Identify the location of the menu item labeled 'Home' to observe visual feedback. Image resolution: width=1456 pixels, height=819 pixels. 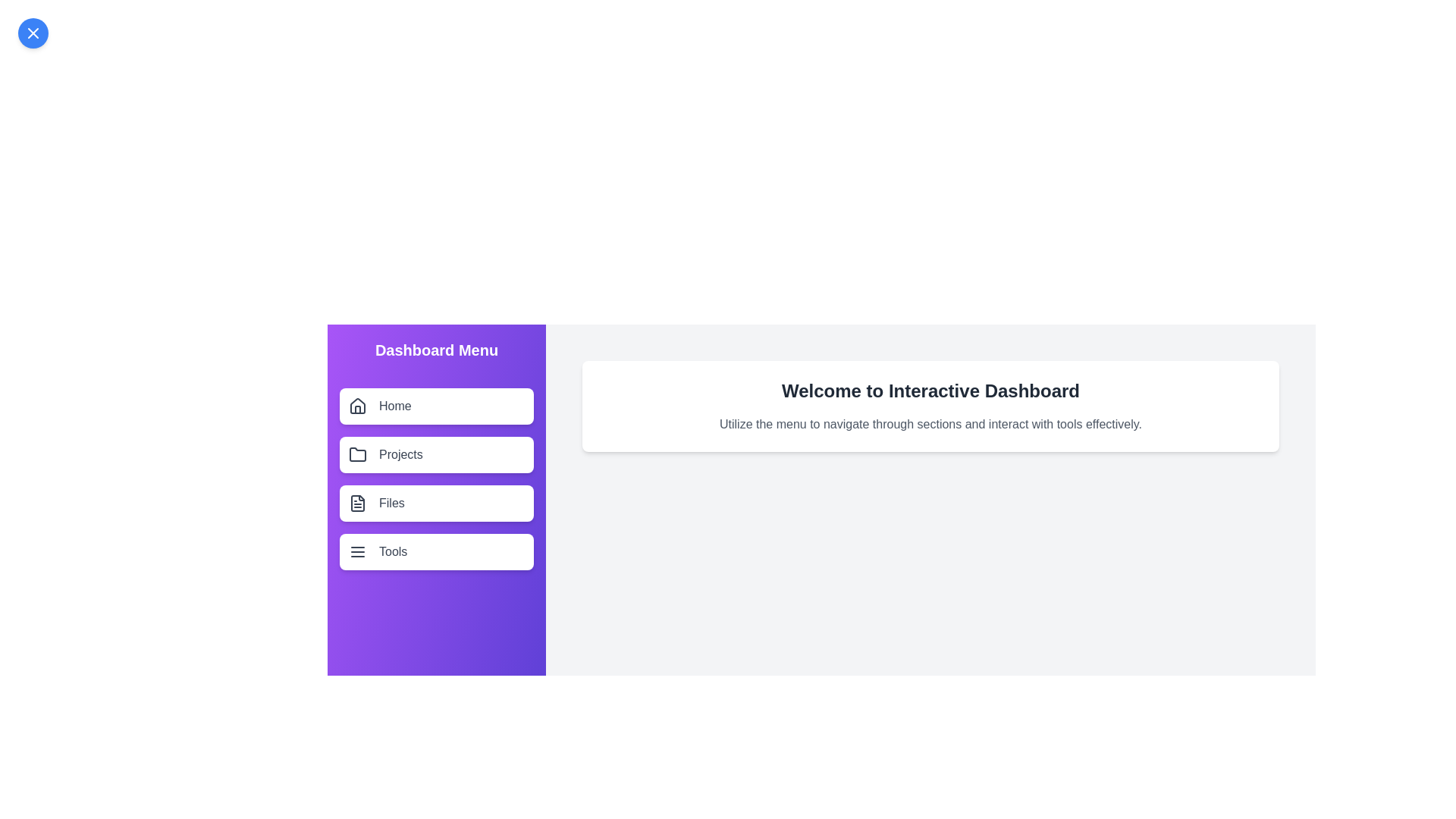
(436, 406).